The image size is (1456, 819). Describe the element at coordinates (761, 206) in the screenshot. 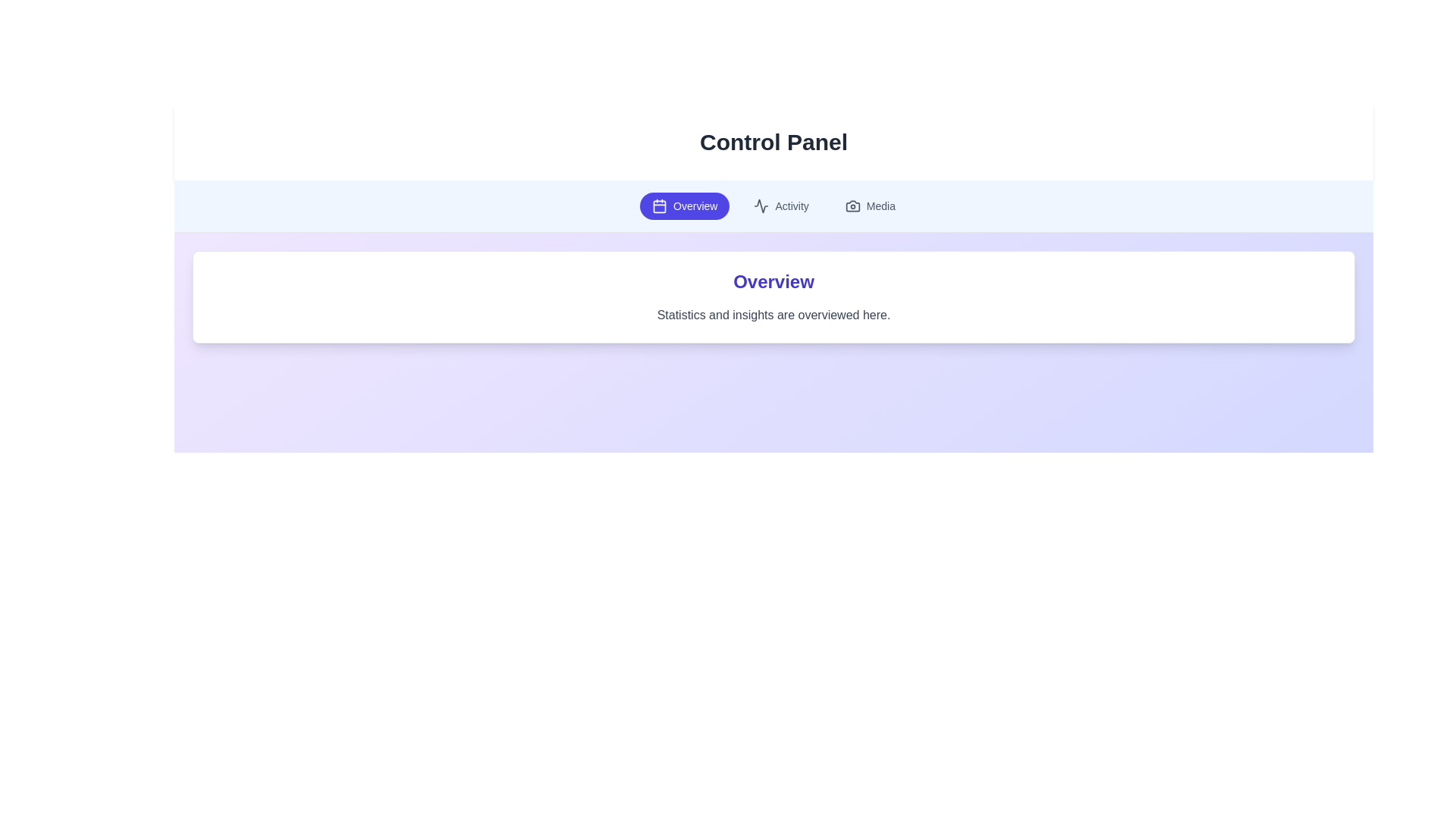

I see `the waveform icon in the top menu bar, which is the second icon in the sequence, located between the 'Overview' and 'Media' icons` at that location.